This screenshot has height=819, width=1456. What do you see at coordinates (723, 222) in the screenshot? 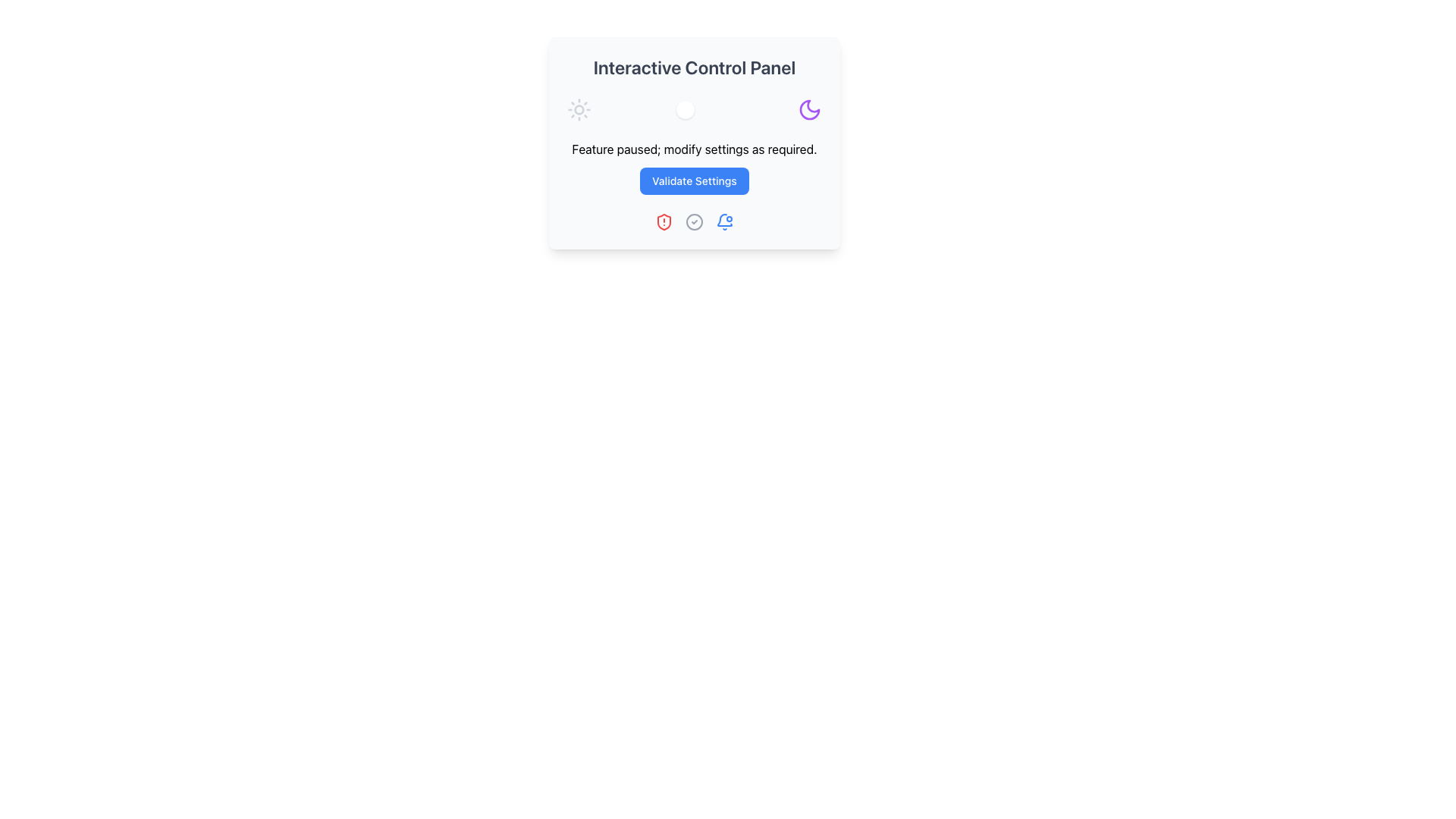
I see `the notification bell icon, which is the fourth circular icon in a horizontal row located below the 'Validate Settings' button` at bounding box center [723, 222].